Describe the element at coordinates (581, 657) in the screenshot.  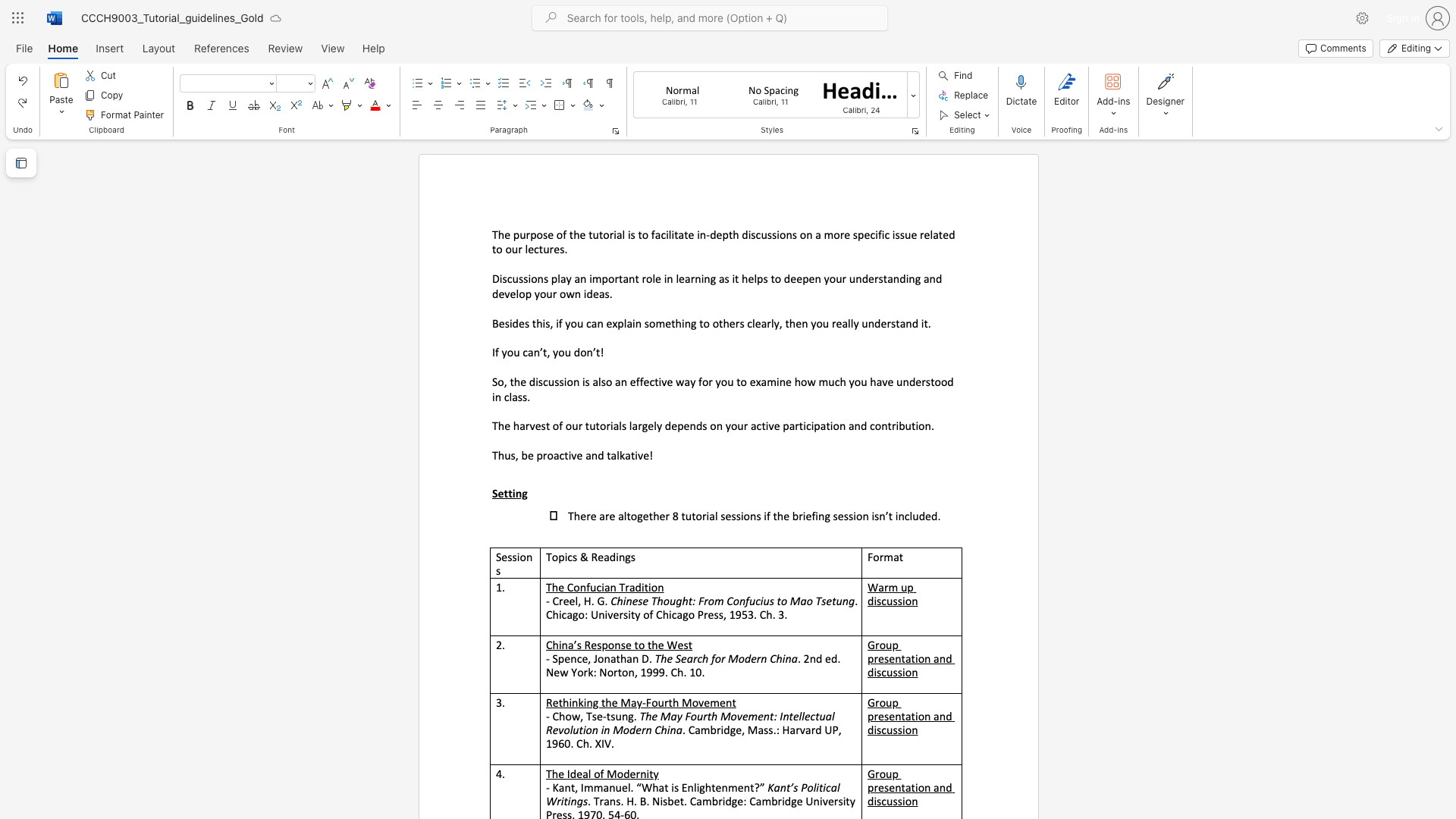
I see `the subset text "e," within the text "- Spence, Jonathan D."` at that location.